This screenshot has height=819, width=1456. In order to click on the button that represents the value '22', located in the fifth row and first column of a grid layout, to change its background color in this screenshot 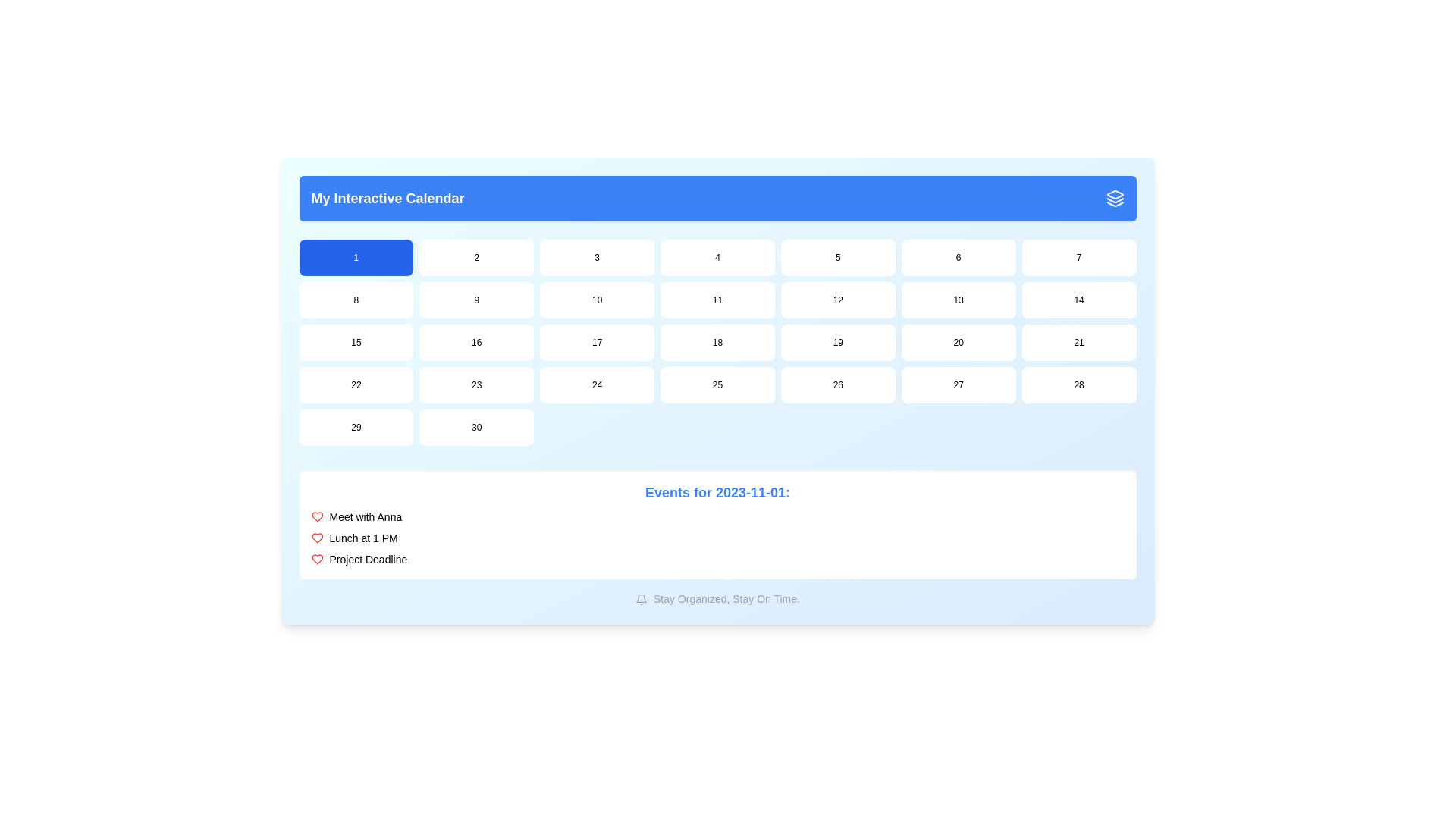, I will do `click(355, 384)`.